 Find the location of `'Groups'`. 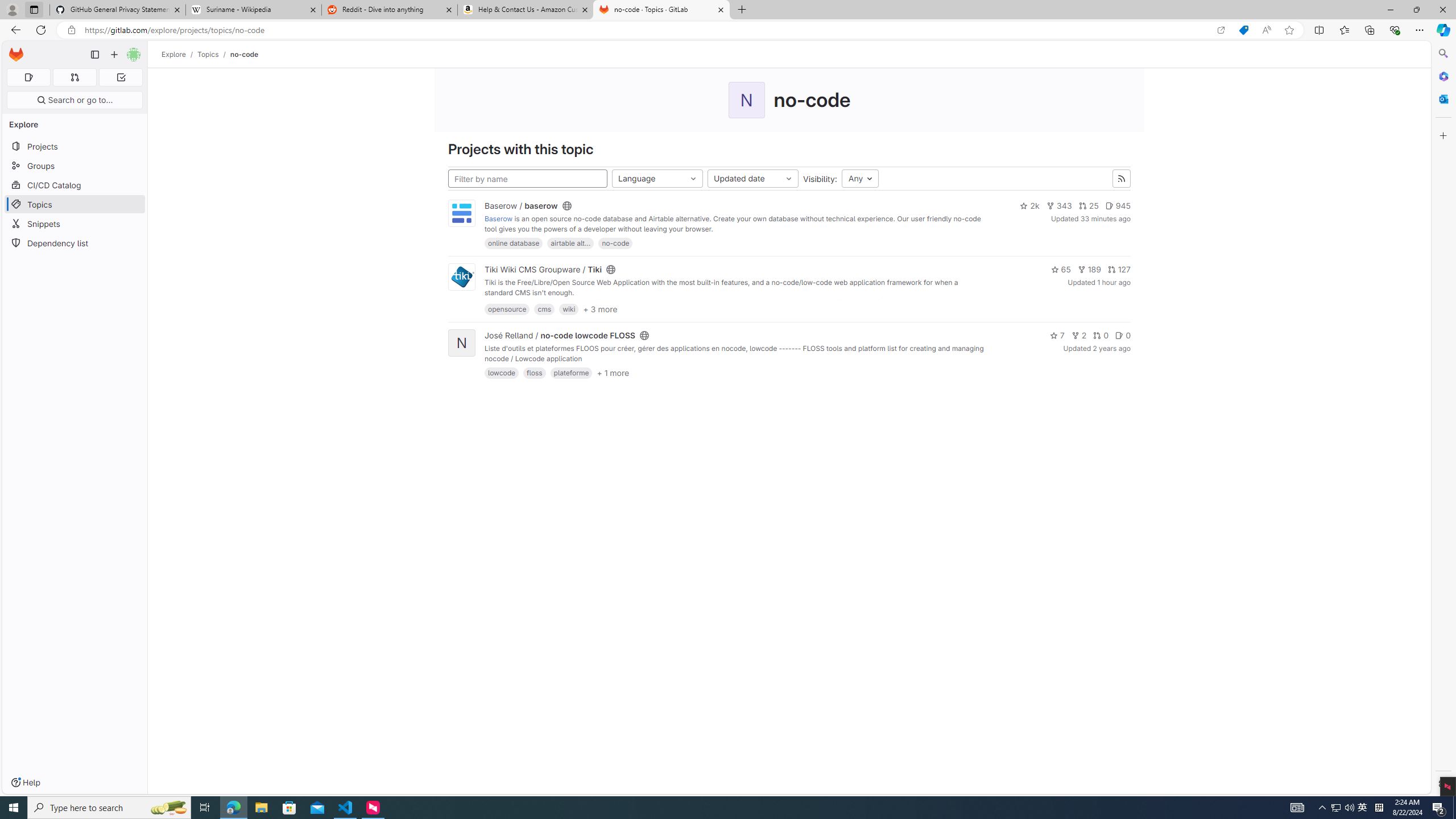

'Groups' is located at coordinates (74, 166).